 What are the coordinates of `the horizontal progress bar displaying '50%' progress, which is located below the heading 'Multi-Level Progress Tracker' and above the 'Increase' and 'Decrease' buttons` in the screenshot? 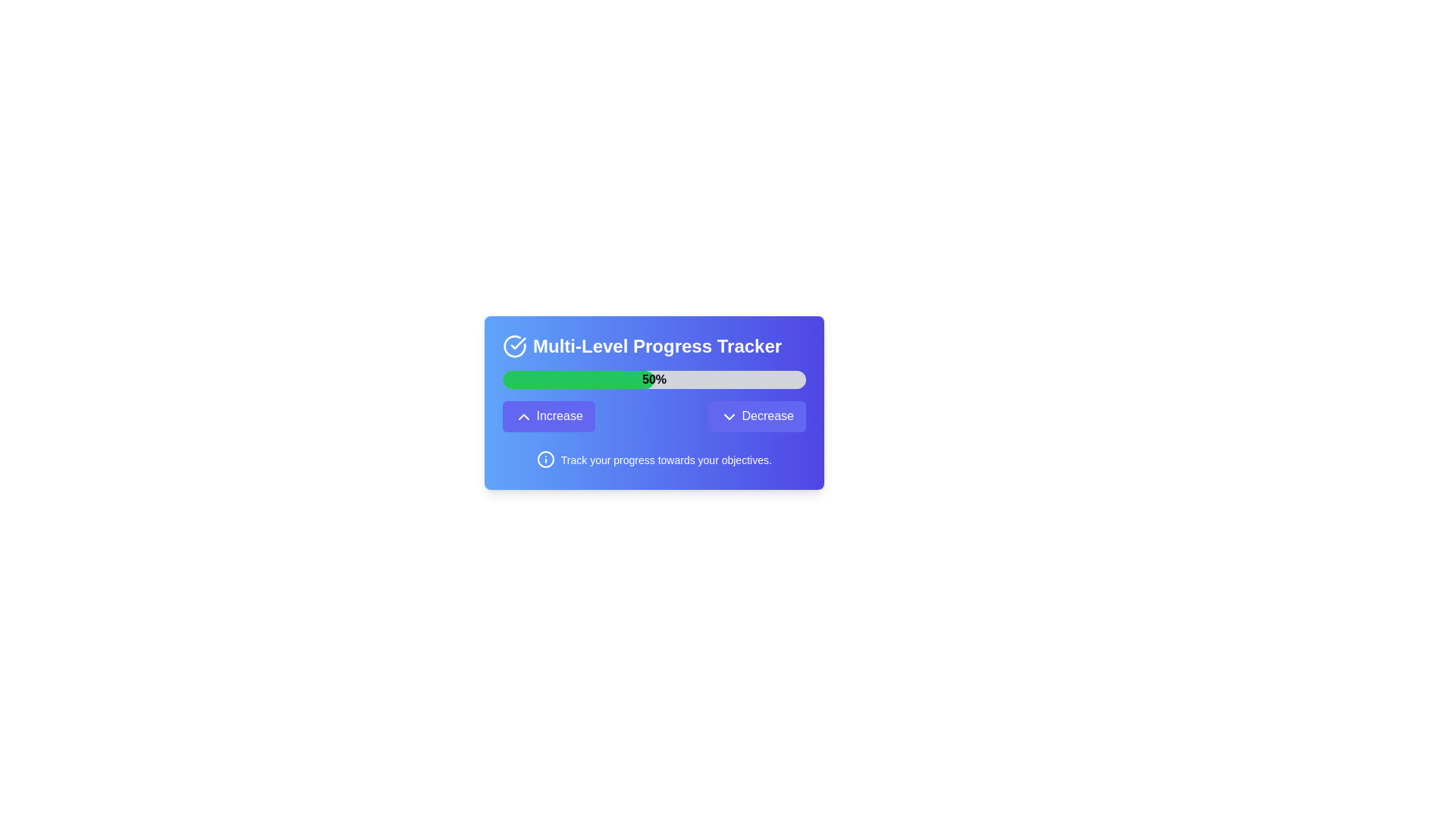 It's located at (654, 379).